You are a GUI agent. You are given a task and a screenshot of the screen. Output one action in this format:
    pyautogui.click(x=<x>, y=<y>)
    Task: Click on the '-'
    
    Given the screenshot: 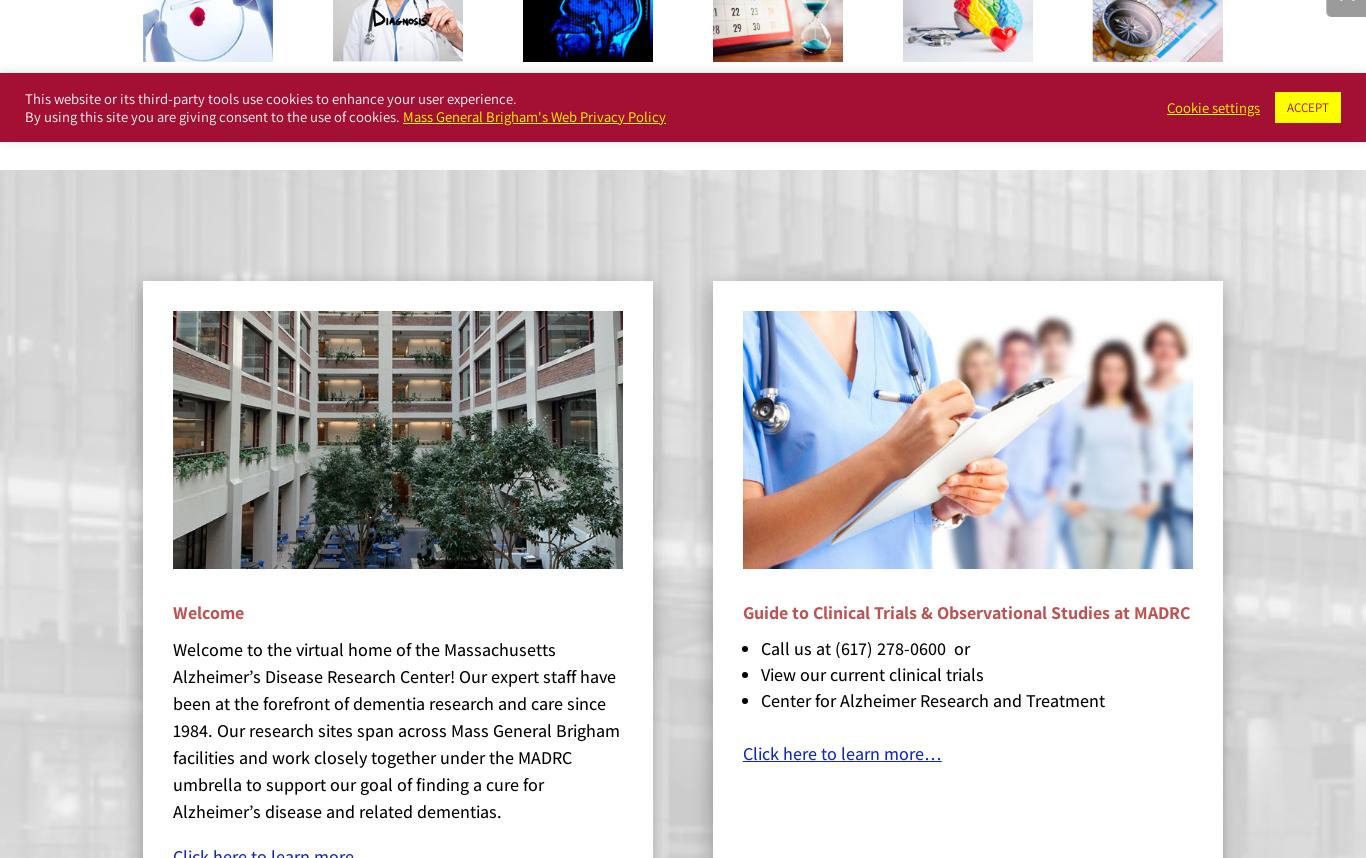 What is the action you would take?
    pyautogui.click(x=133, y=97)
    